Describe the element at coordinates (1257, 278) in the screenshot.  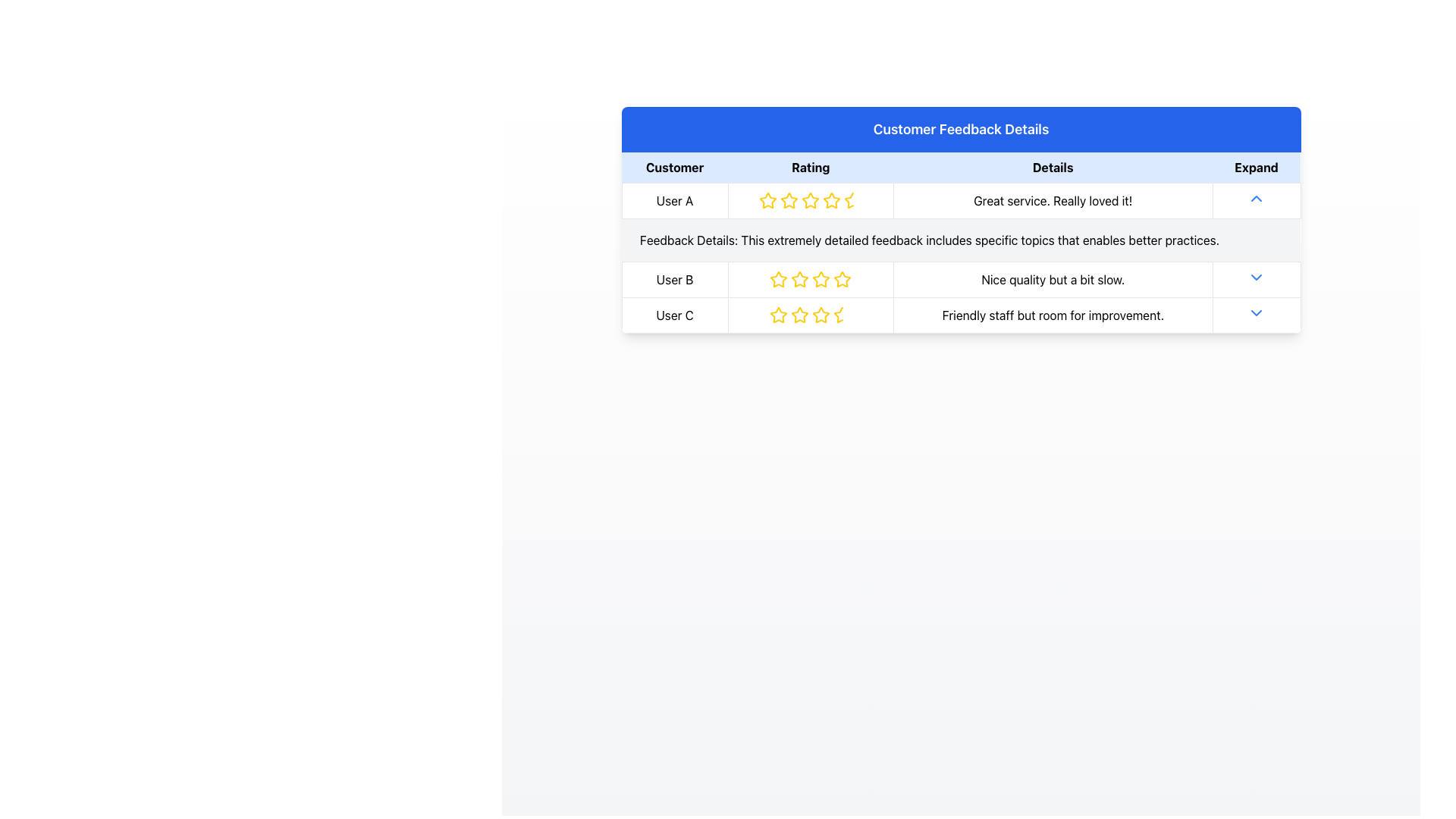
I see `the chevron icon in the 'Expand' column of the 'User B' row in the 'Customer Feedback Details' table` at that location.